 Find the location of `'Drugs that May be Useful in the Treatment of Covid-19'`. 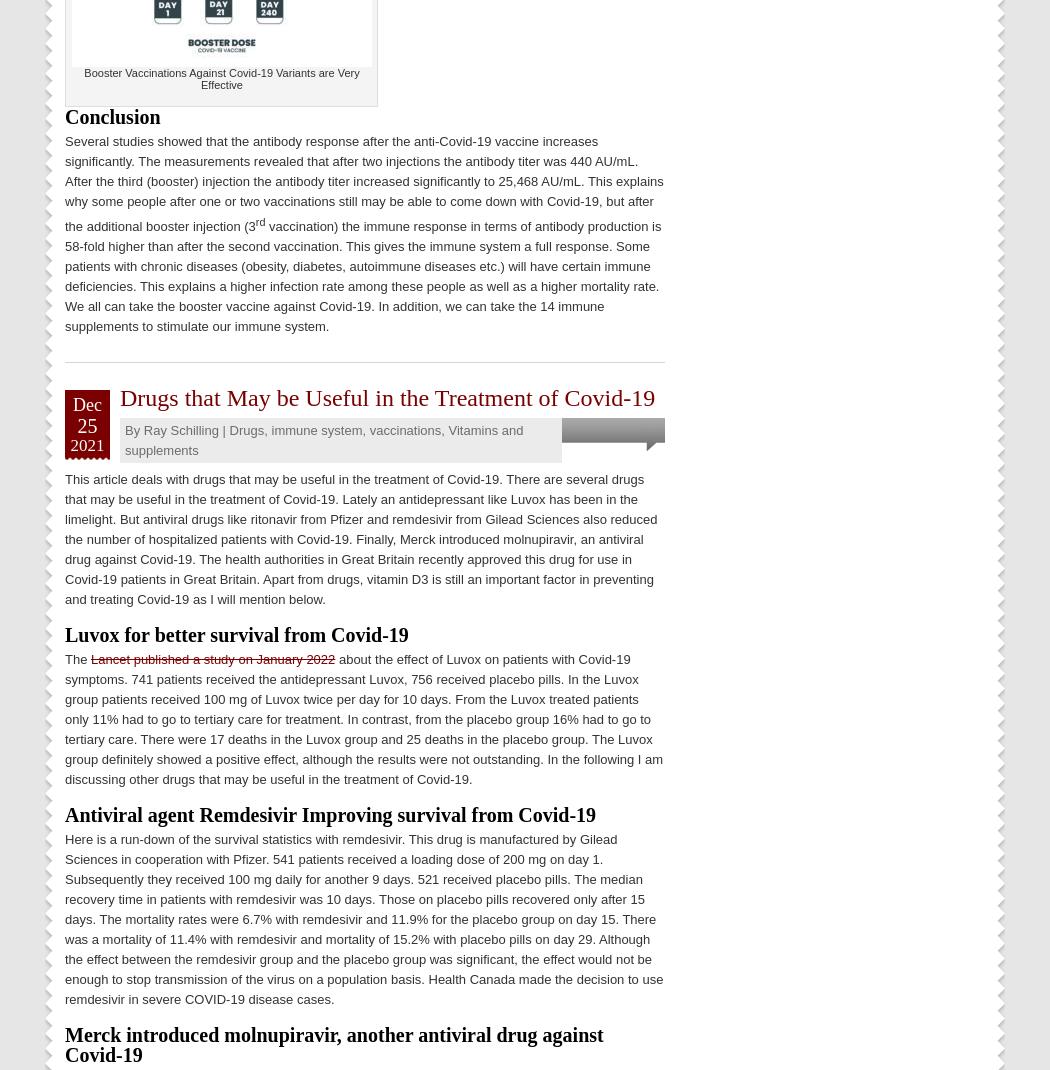

'Drugs that May be Useful in the Treatment of Covid-19' is located at coordinates (387, 395).